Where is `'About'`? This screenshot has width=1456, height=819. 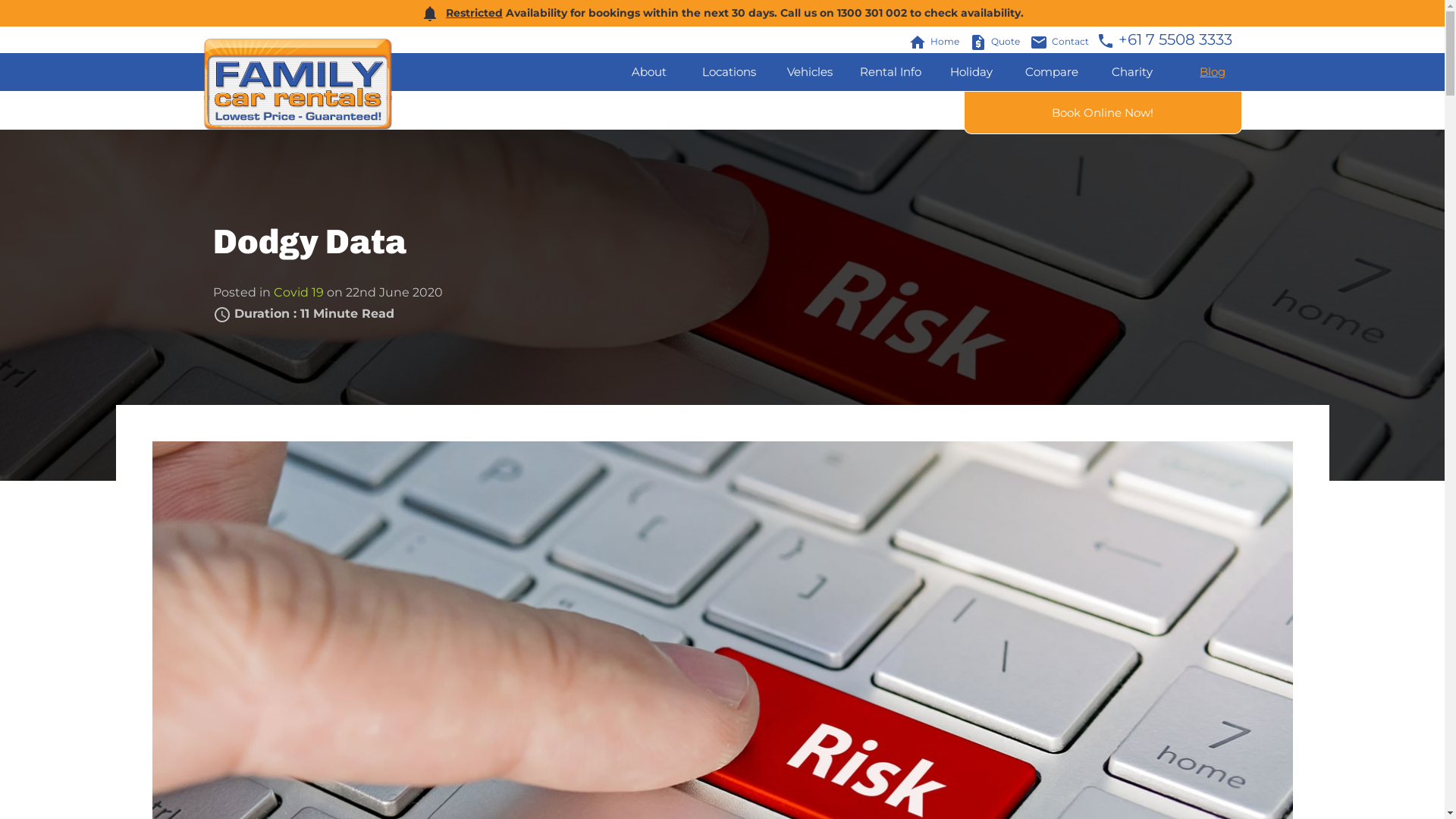
'About' is located at coordinates (648, 72).